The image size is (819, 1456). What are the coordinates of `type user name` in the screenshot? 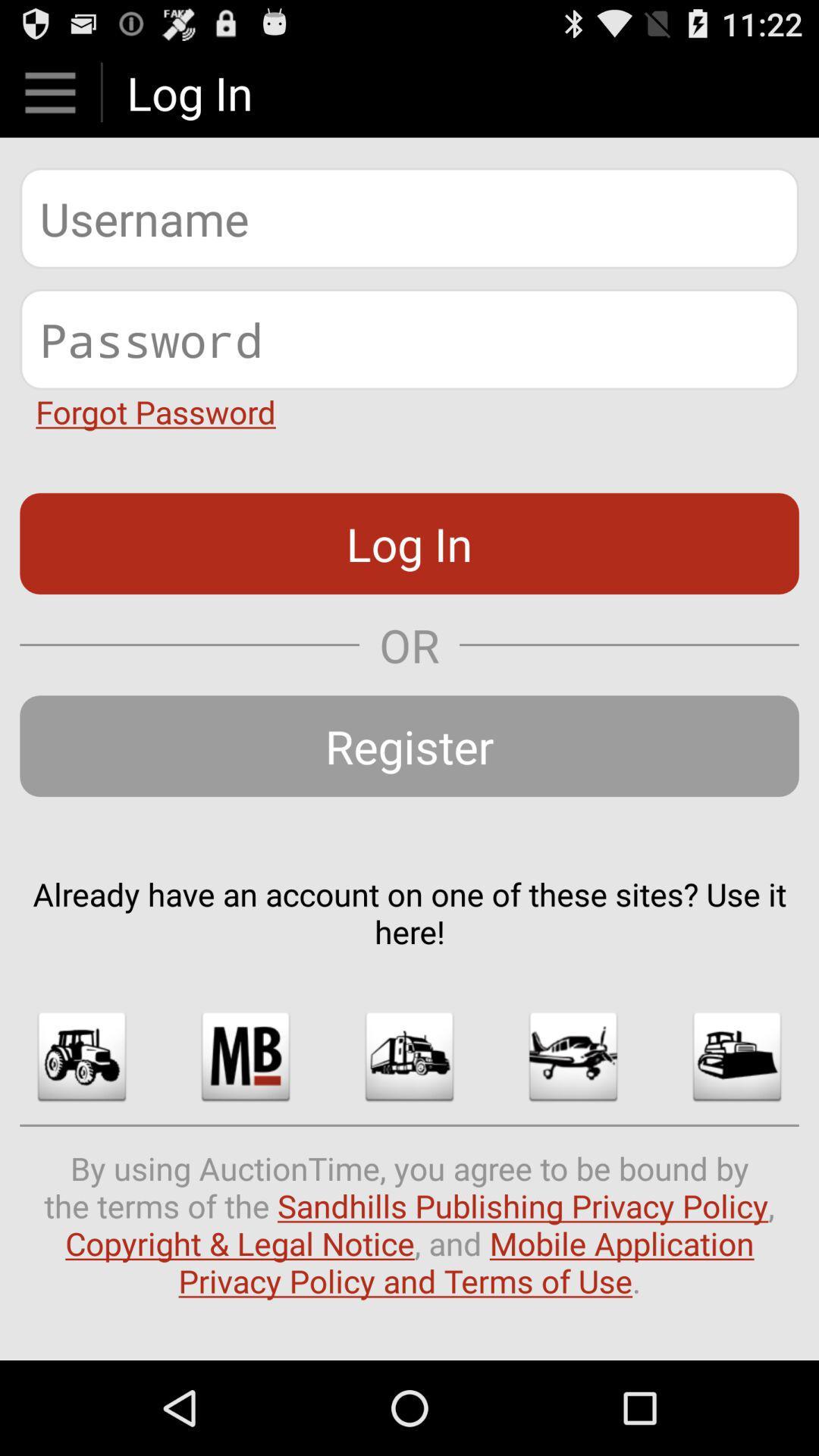 It's located at (409, 218).